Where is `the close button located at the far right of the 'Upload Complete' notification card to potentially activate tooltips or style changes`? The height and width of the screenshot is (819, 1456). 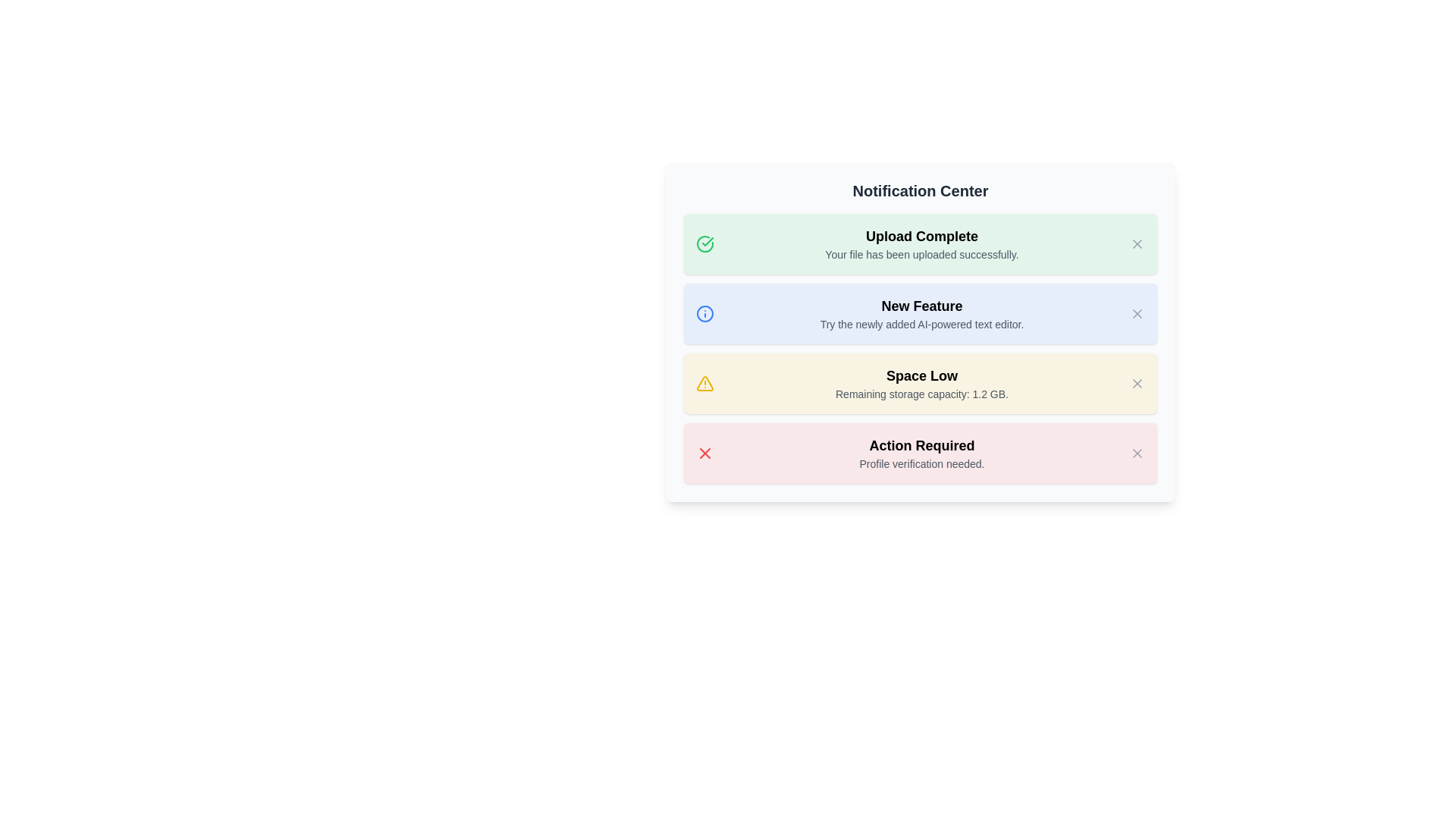
the close button located at the far right of the 'Upload Complete' notification card to potentially activate tooltips or style changes is located at coordinates (1137, 243).